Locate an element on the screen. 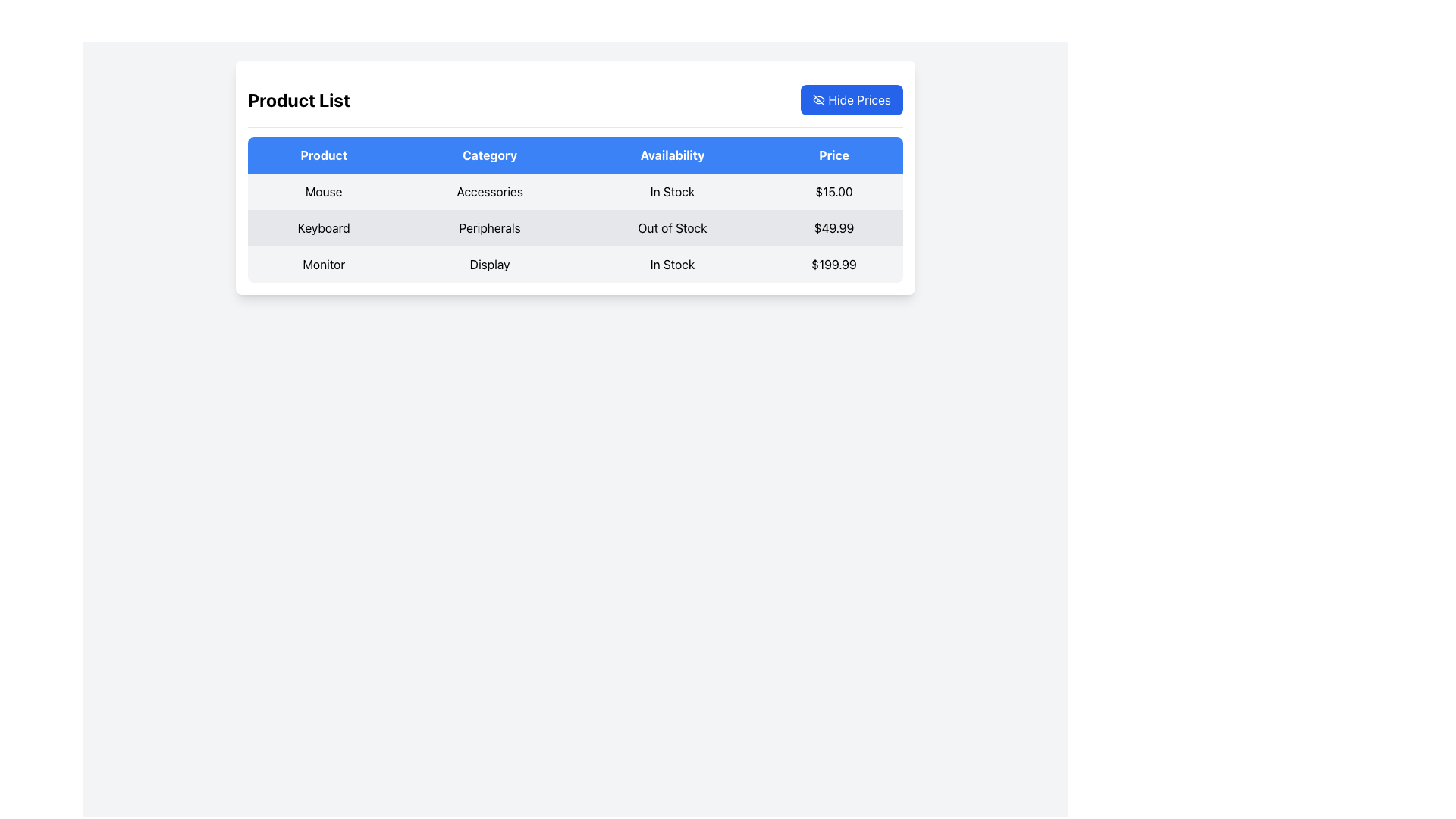  the text element indicating the category of the product 'Monitor', located in the second cell under the 'Category' header is located at coordinates (490, 263).